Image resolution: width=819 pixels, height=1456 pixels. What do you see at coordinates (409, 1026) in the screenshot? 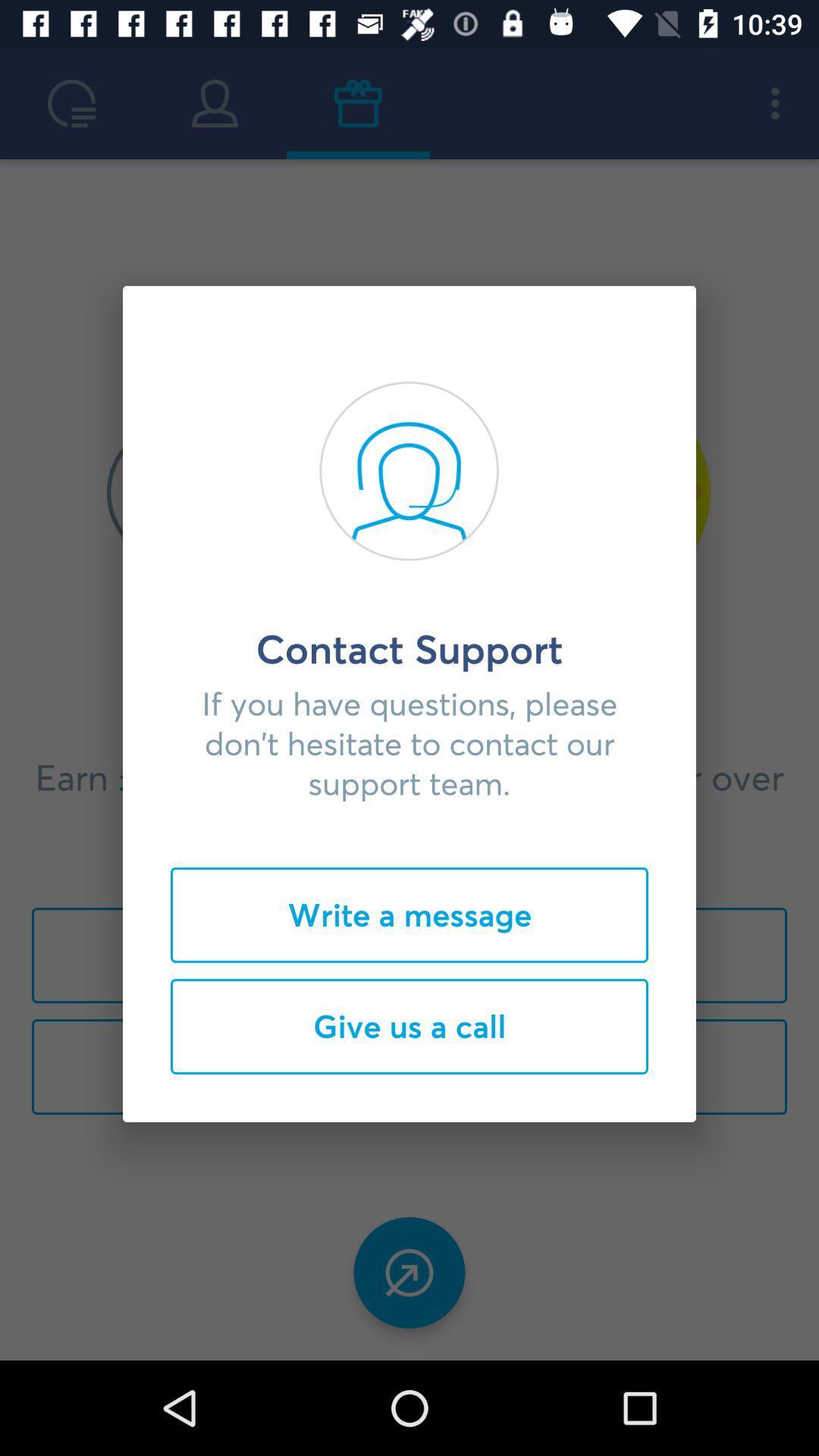
I see `icon below the write a message item` at bounding box center [409, 1026].